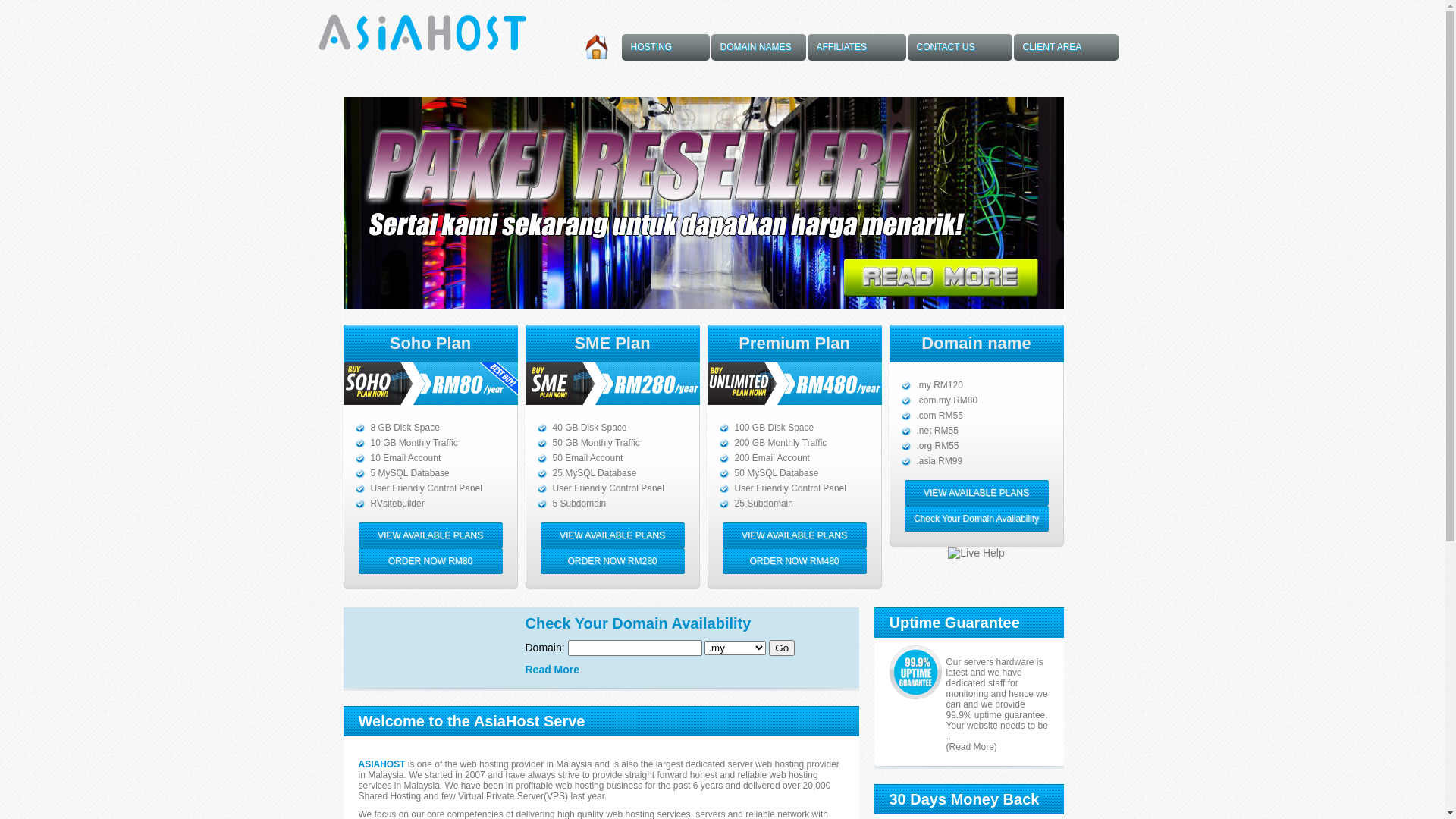 This screenshot has height=819, width=1456. What do you see at coordinates (611, 534) in the screenshot?
I see `'VIEW AVAILABLE PLANS'` at bounding box center [611, 534].